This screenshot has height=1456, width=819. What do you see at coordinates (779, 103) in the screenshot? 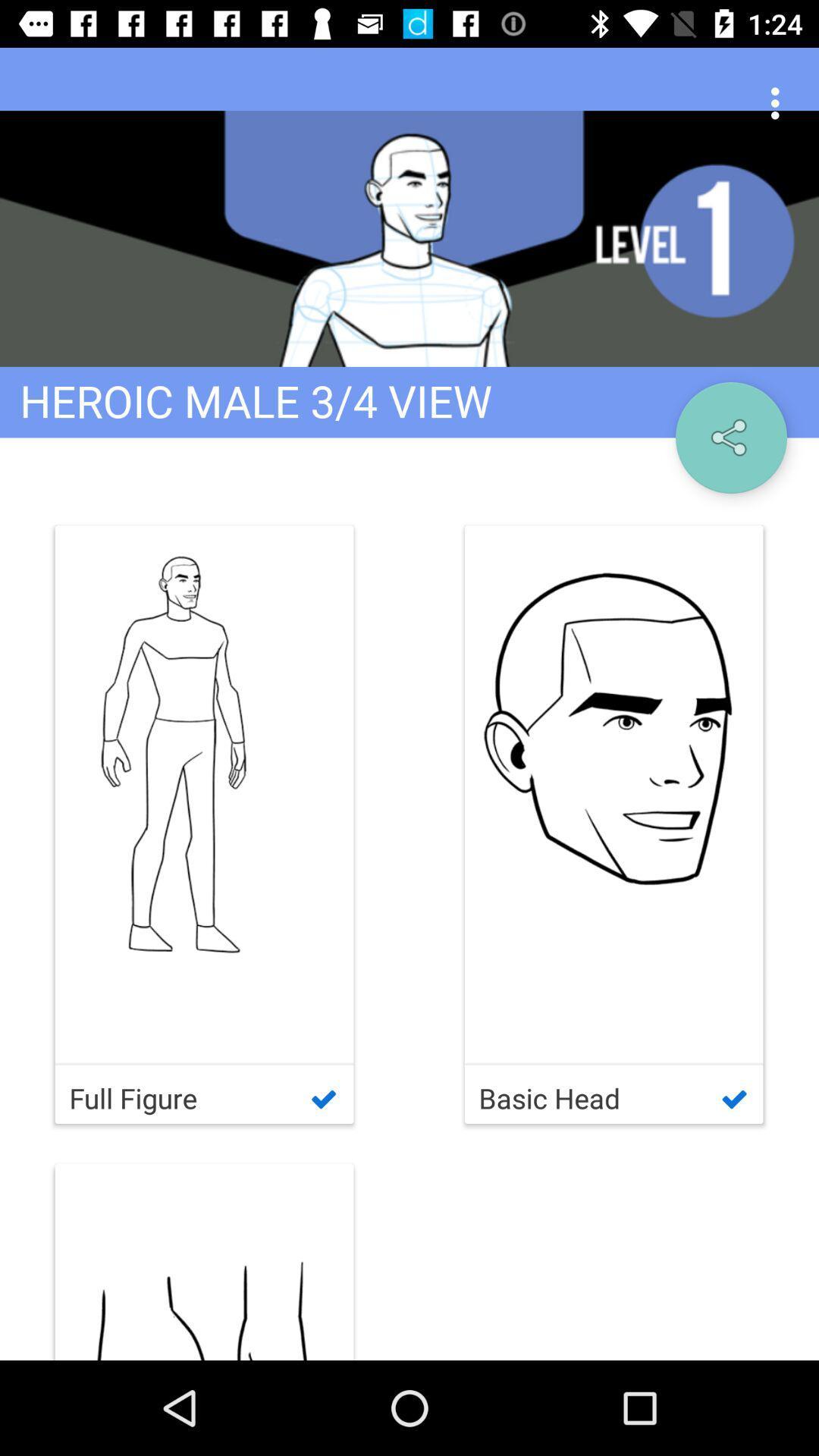
I see `more options on a page` at bounding box center [779, 103].